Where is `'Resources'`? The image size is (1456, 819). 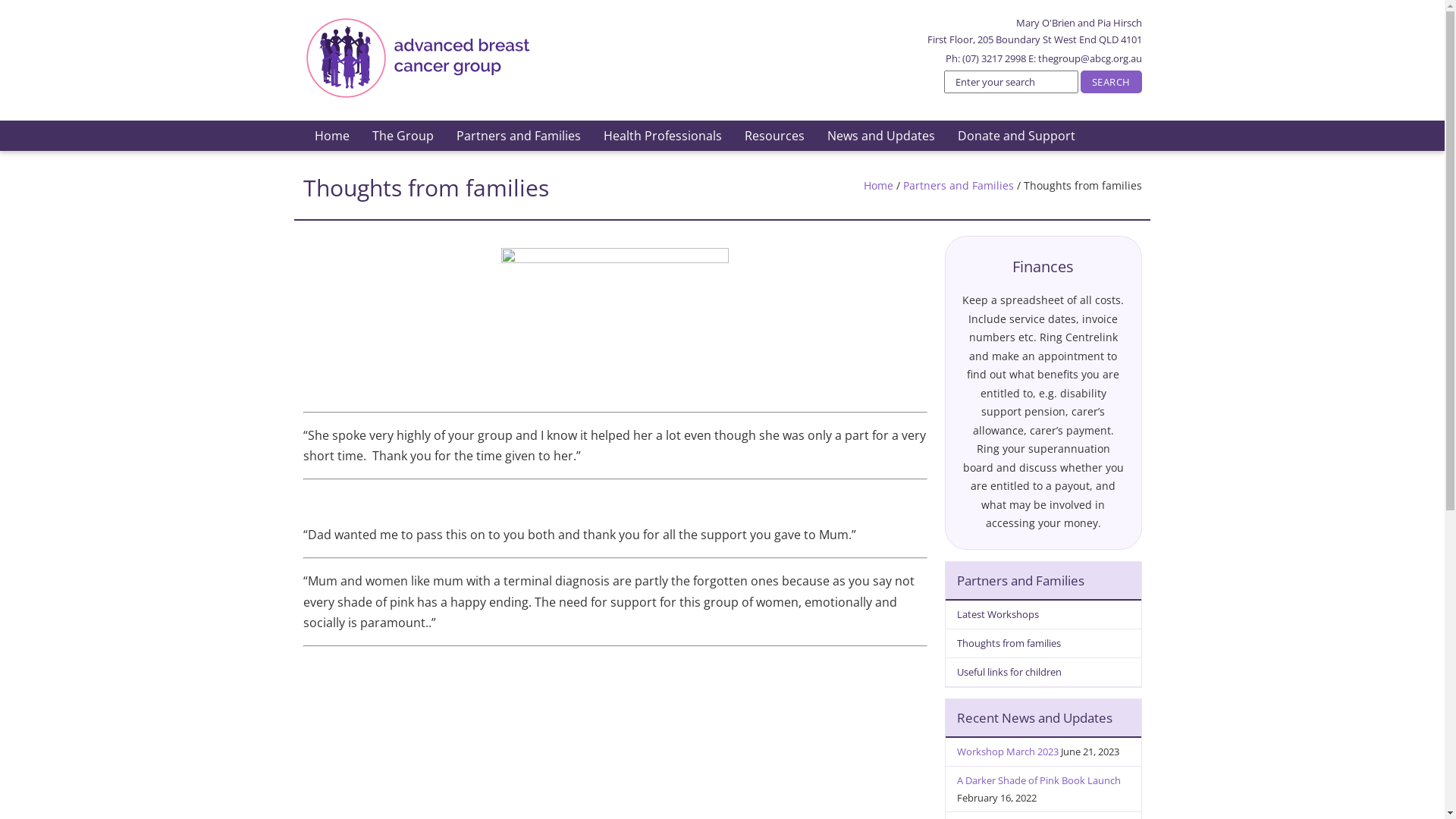 'Resources' is located at coordinates (773, 134).